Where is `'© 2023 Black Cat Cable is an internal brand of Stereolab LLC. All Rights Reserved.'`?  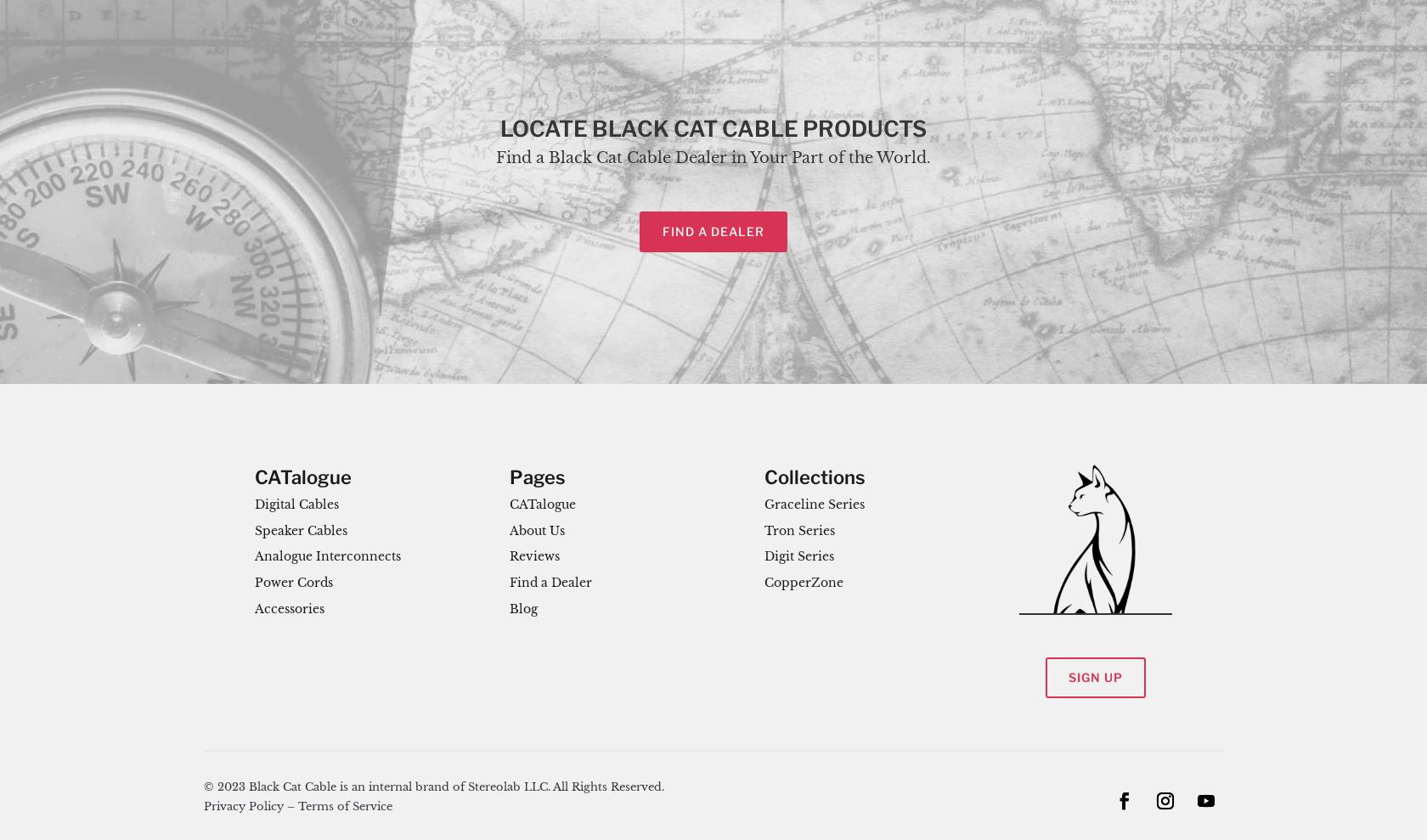 '© 2023 Black Cat Cable is an internal brand of Stereolab LLC. All Rights Reserved.' is located at coordinates (204, 785).